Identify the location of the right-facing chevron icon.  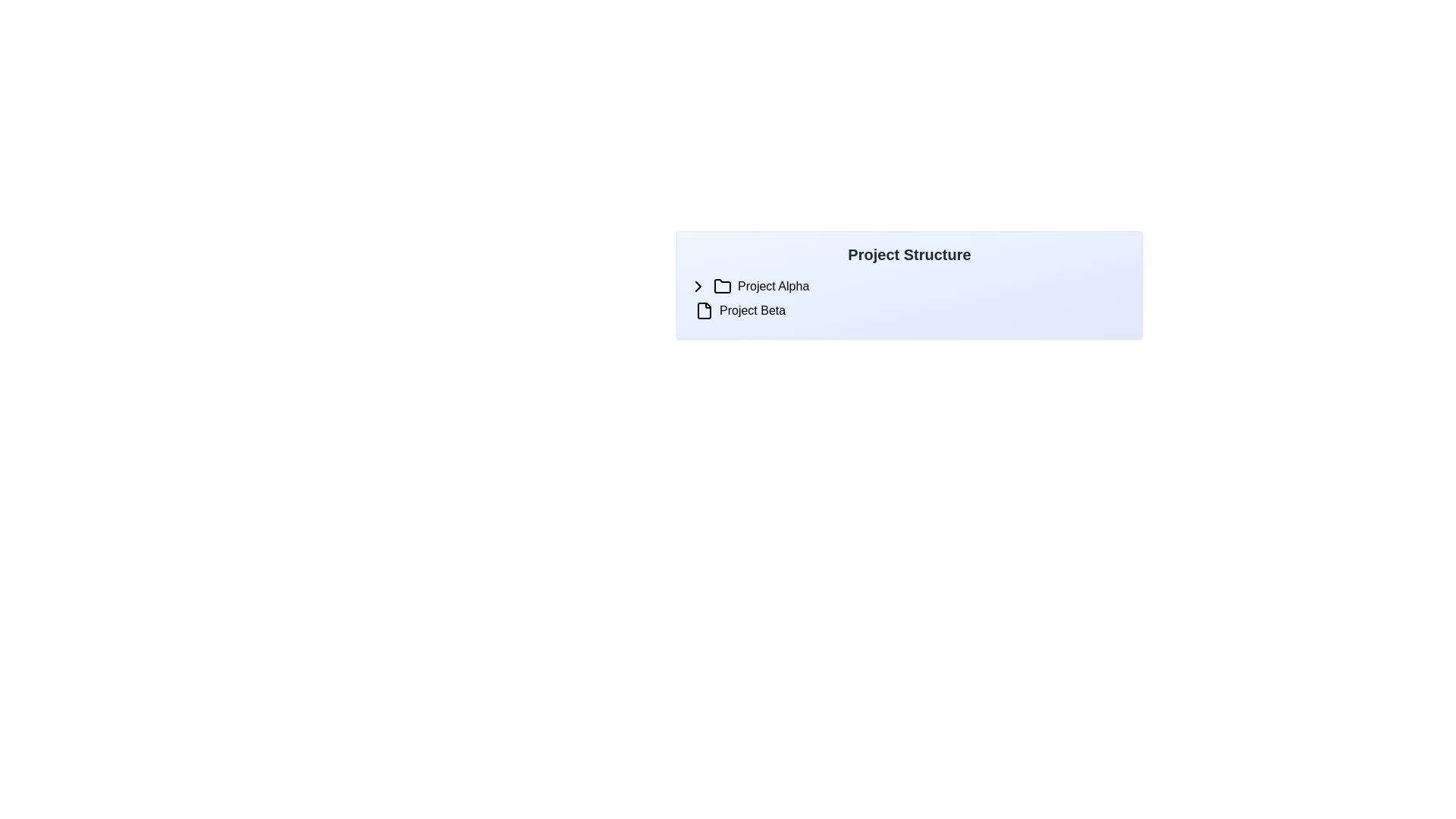
(698, 287).